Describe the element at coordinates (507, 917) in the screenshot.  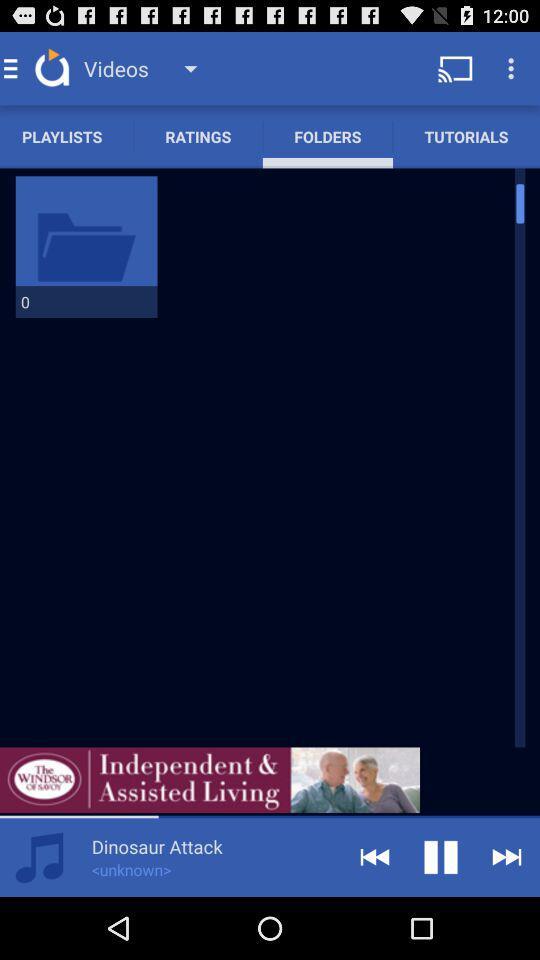
I see `the skip_next icon` at that location.